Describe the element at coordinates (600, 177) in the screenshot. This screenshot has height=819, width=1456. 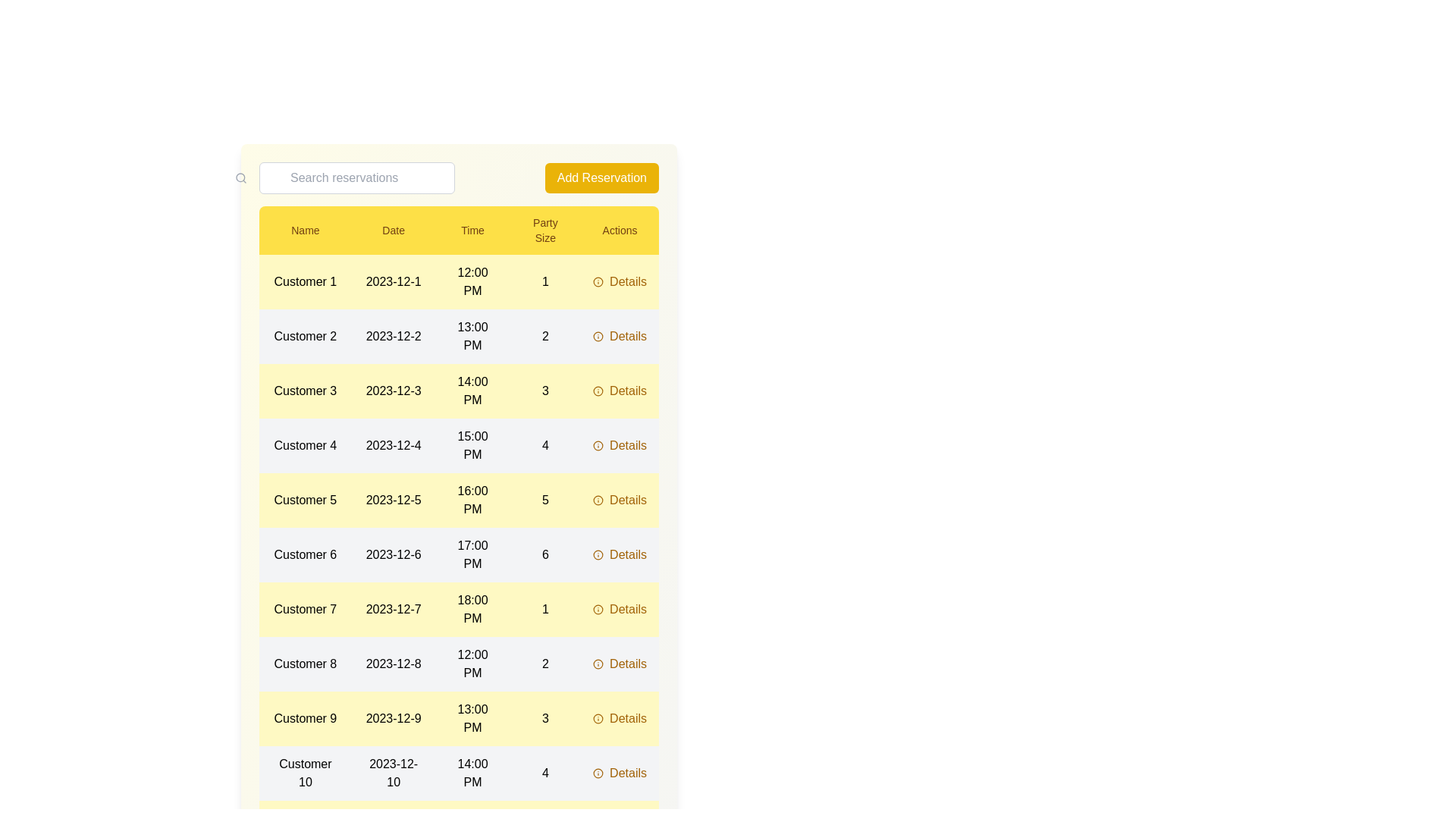
I see `'Add Reservation' button to initiate the process of adding a new reservation` at that location.